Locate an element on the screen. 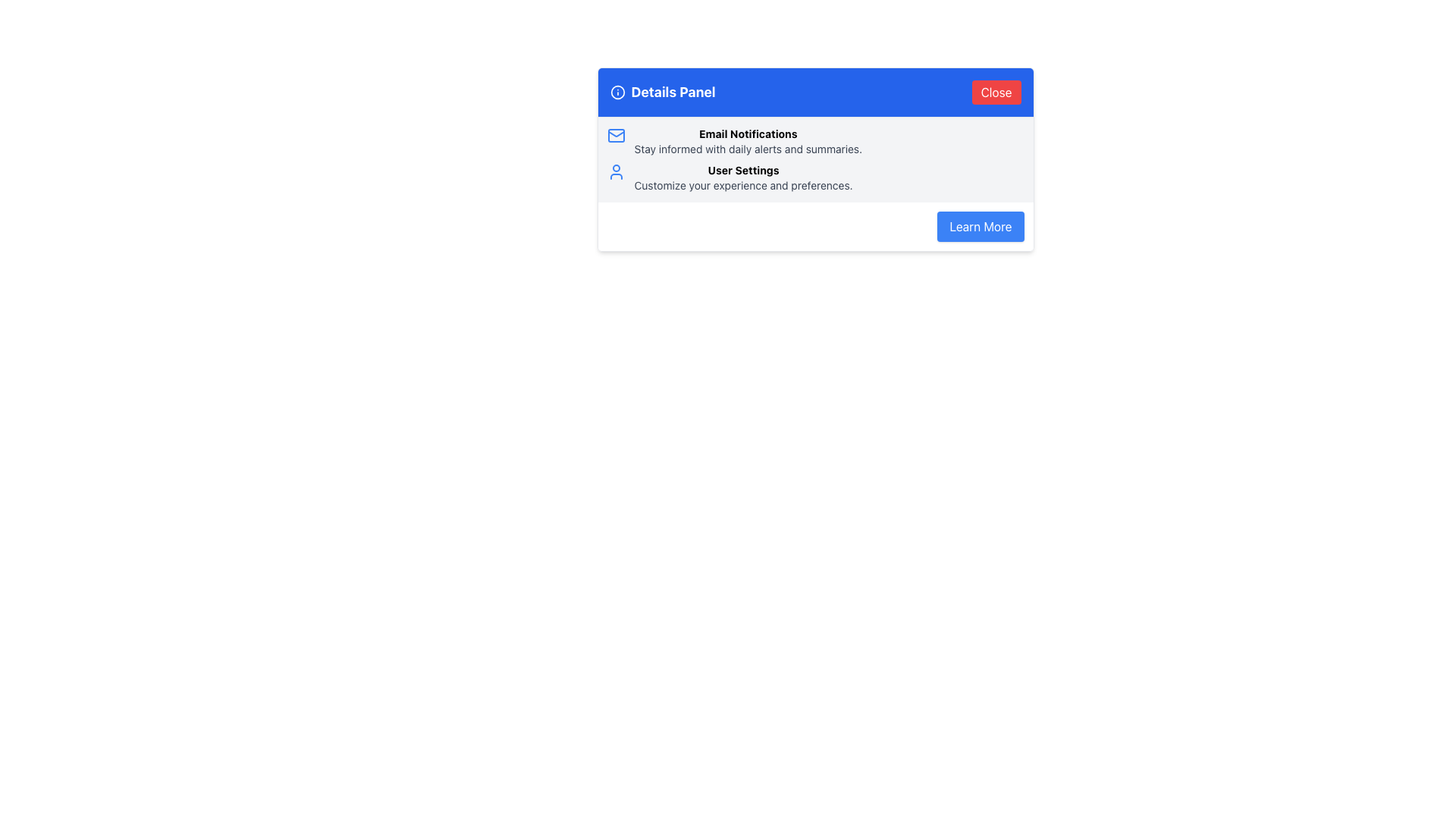 This screenshot has width=1456, height=819. the email notification icon located at the beginning of the 'Email Notifications' row is located at coordinates (616, 134).